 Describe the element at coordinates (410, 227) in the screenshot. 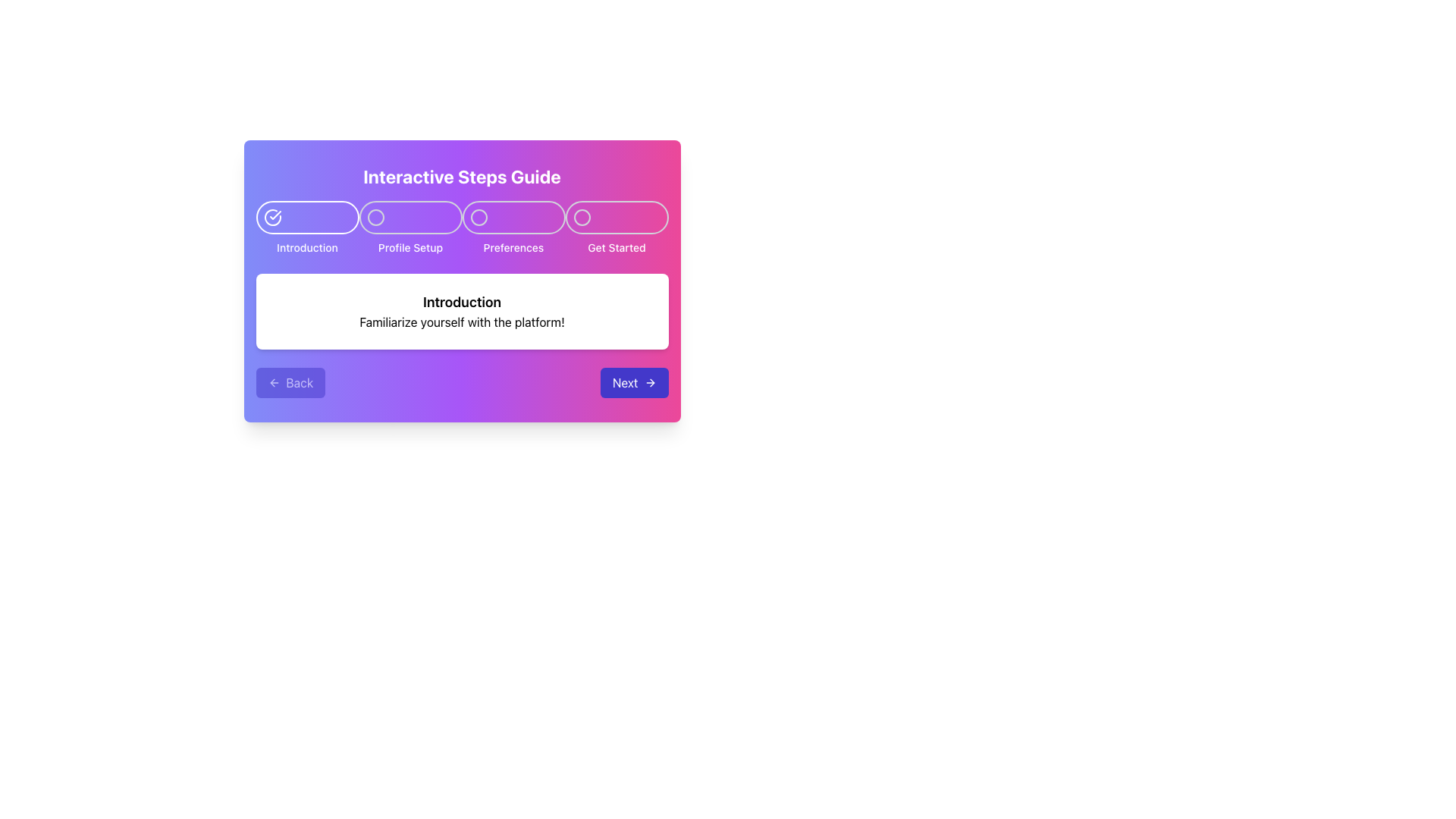

I see `the circular icon button labeled 'Profile Setup' located in the second step of the horizontal navigation bar` at that location.